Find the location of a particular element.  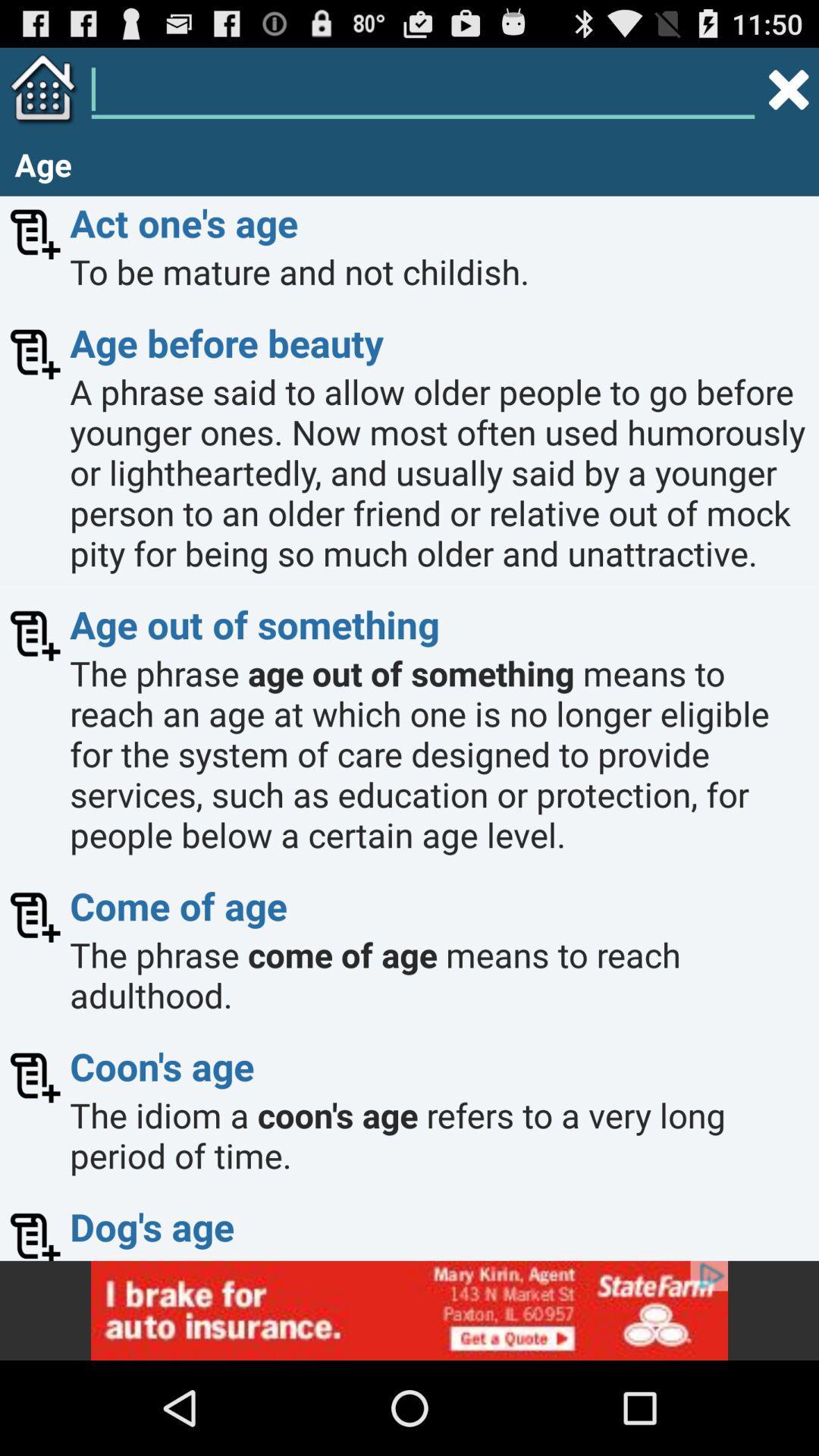

the home icon is located at coordinates (39, 95).